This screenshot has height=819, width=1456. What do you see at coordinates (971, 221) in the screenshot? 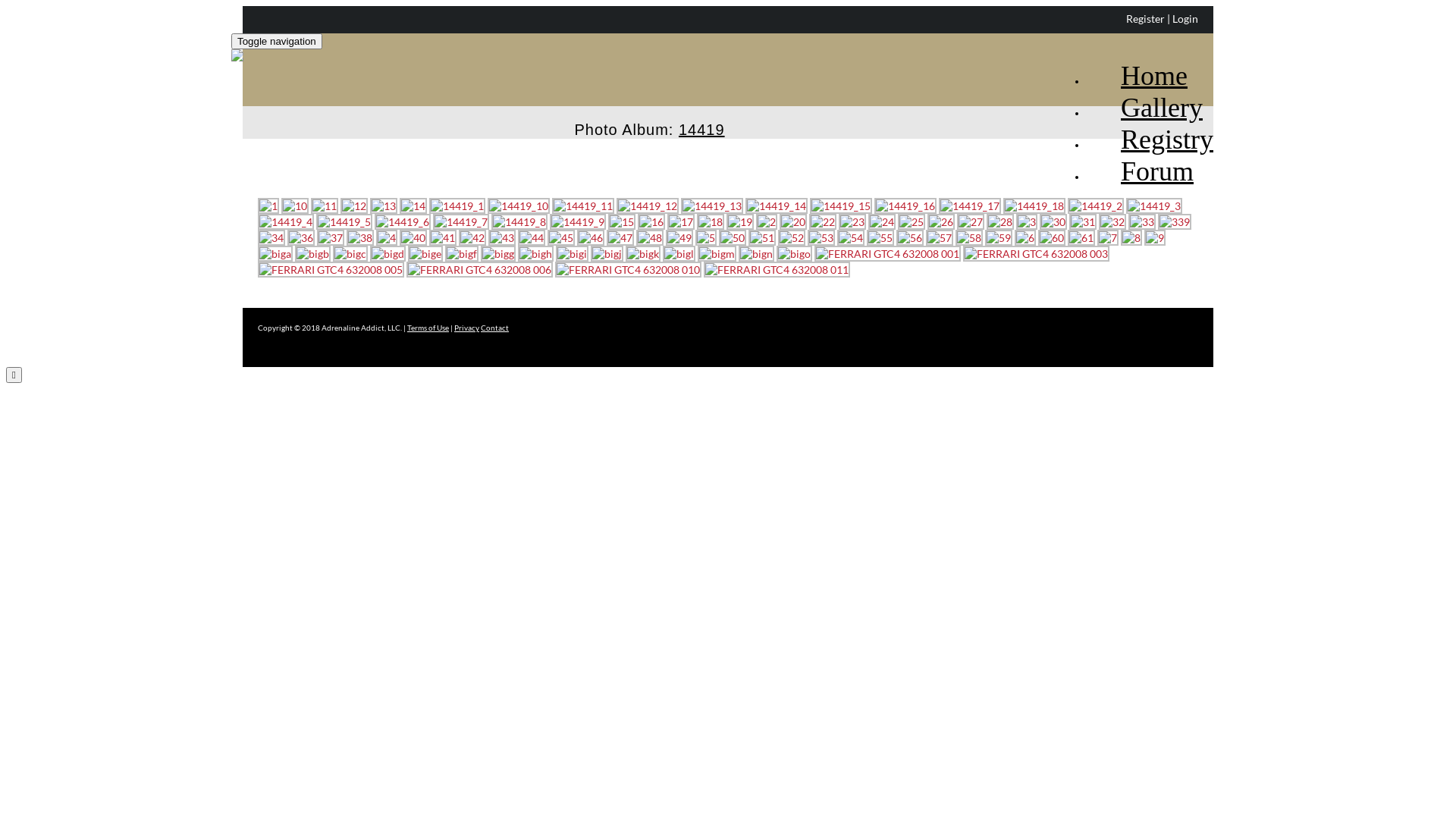
I see `'27 (click to enlarge)'` at bounding box center [971, 221].